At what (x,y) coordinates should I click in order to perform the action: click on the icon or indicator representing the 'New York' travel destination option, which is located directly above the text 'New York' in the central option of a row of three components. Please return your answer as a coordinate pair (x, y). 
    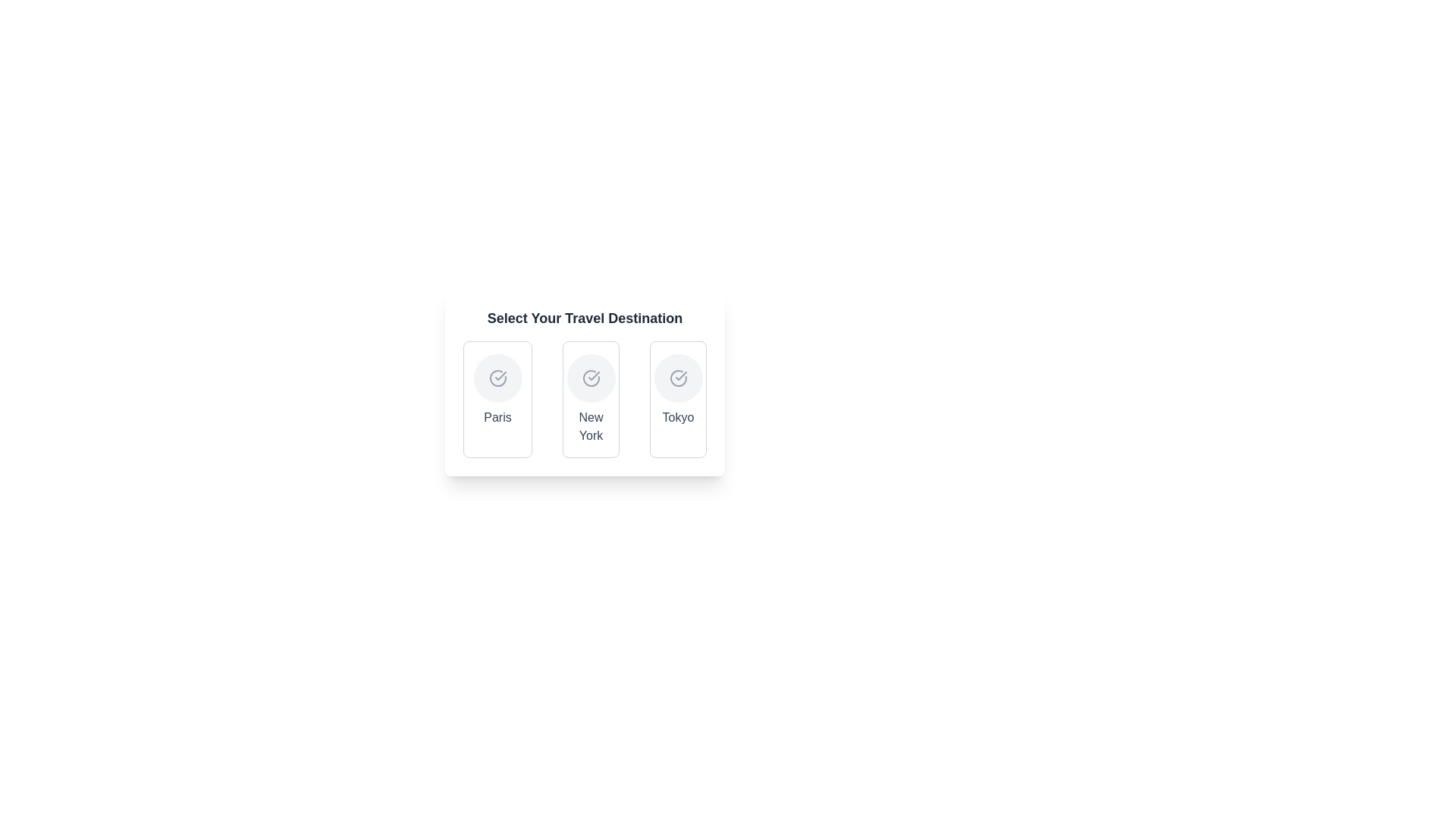
    Looking at the image, I should click on (590, 377).